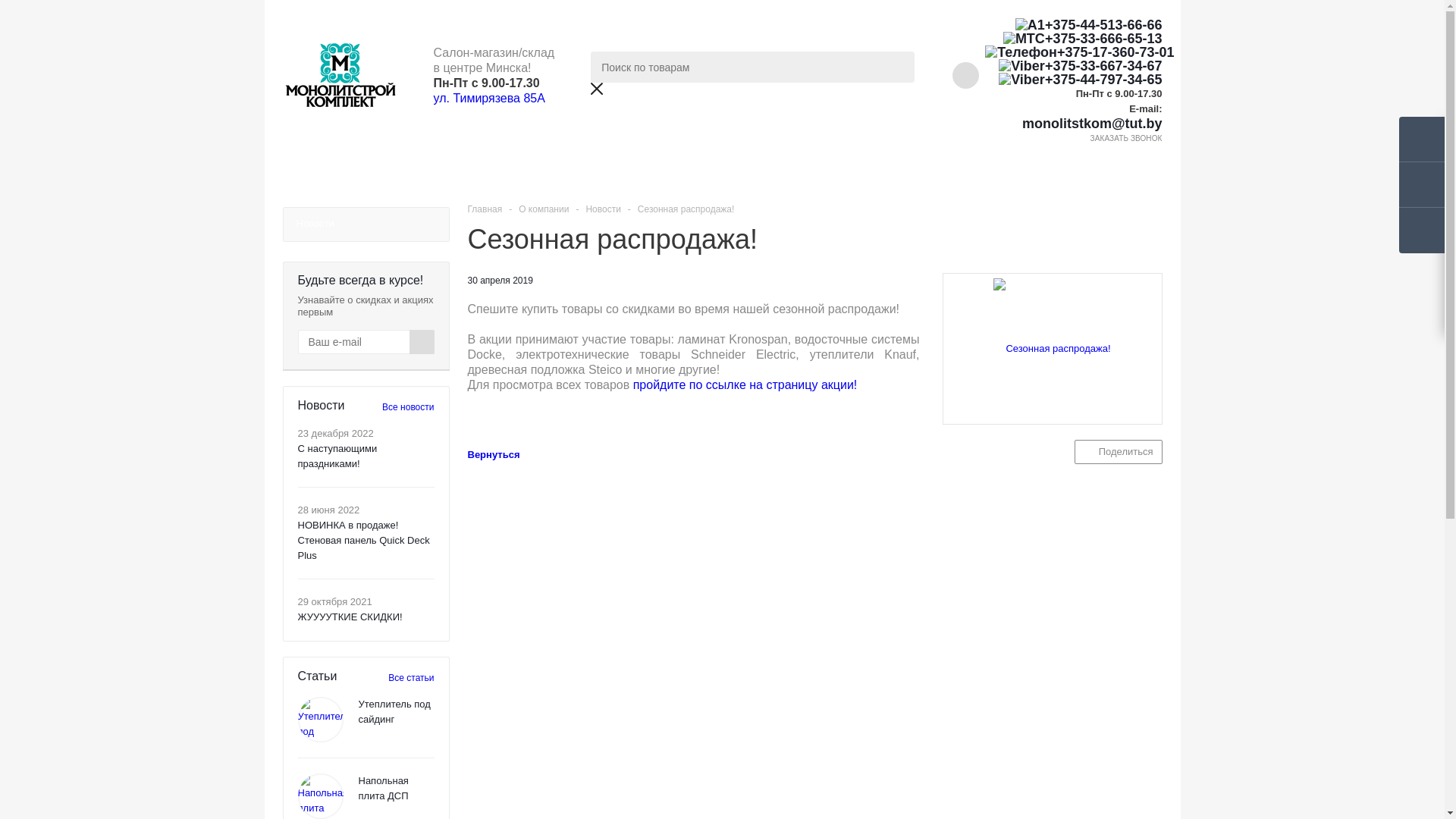 The image size is (1456, 819). What do you see at coordinates (1072, 79) in the screenshot?
I see `'+375-44-797-34-65'` at bounding box center [1072, 79].